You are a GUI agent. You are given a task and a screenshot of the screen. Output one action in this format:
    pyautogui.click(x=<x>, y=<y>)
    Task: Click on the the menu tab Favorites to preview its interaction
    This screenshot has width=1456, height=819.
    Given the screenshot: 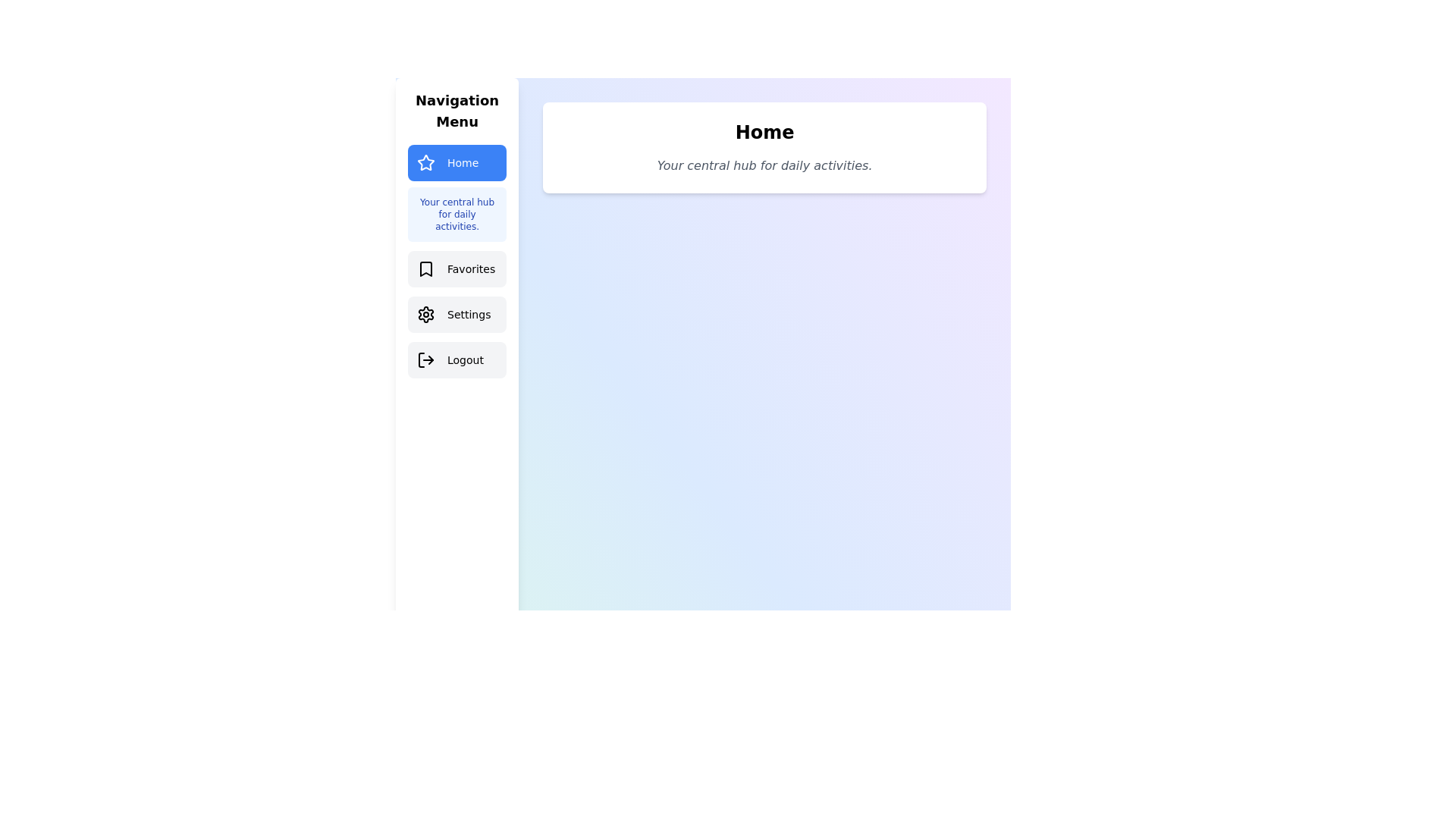 What is the action you would take?
    pyautogui.click(x=457, y=268)
    